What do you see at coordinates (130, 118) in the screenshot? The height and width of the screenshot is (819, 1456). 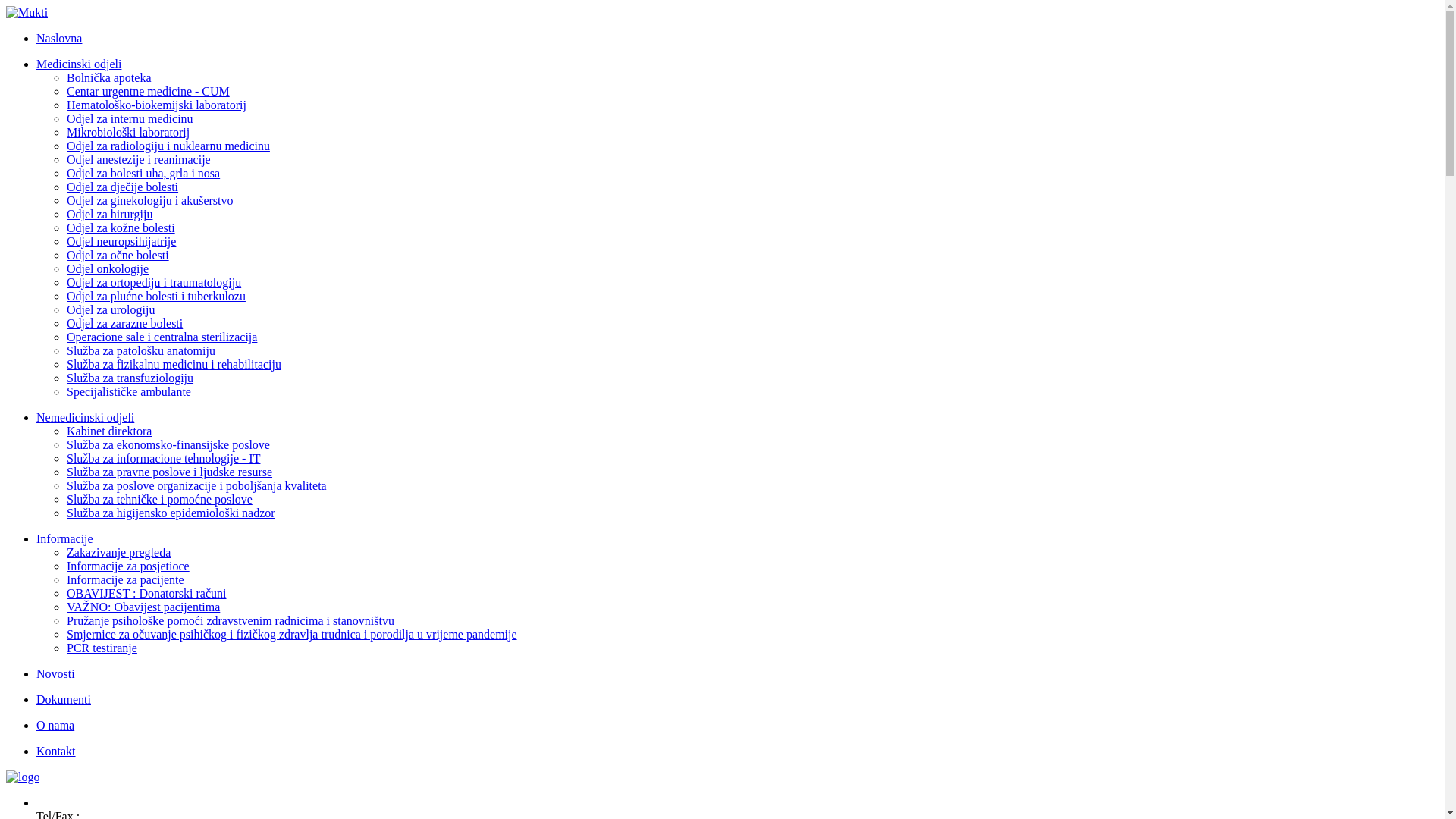 I see `'Odjel za internu medicinu'` at bounding box center [130, 118].